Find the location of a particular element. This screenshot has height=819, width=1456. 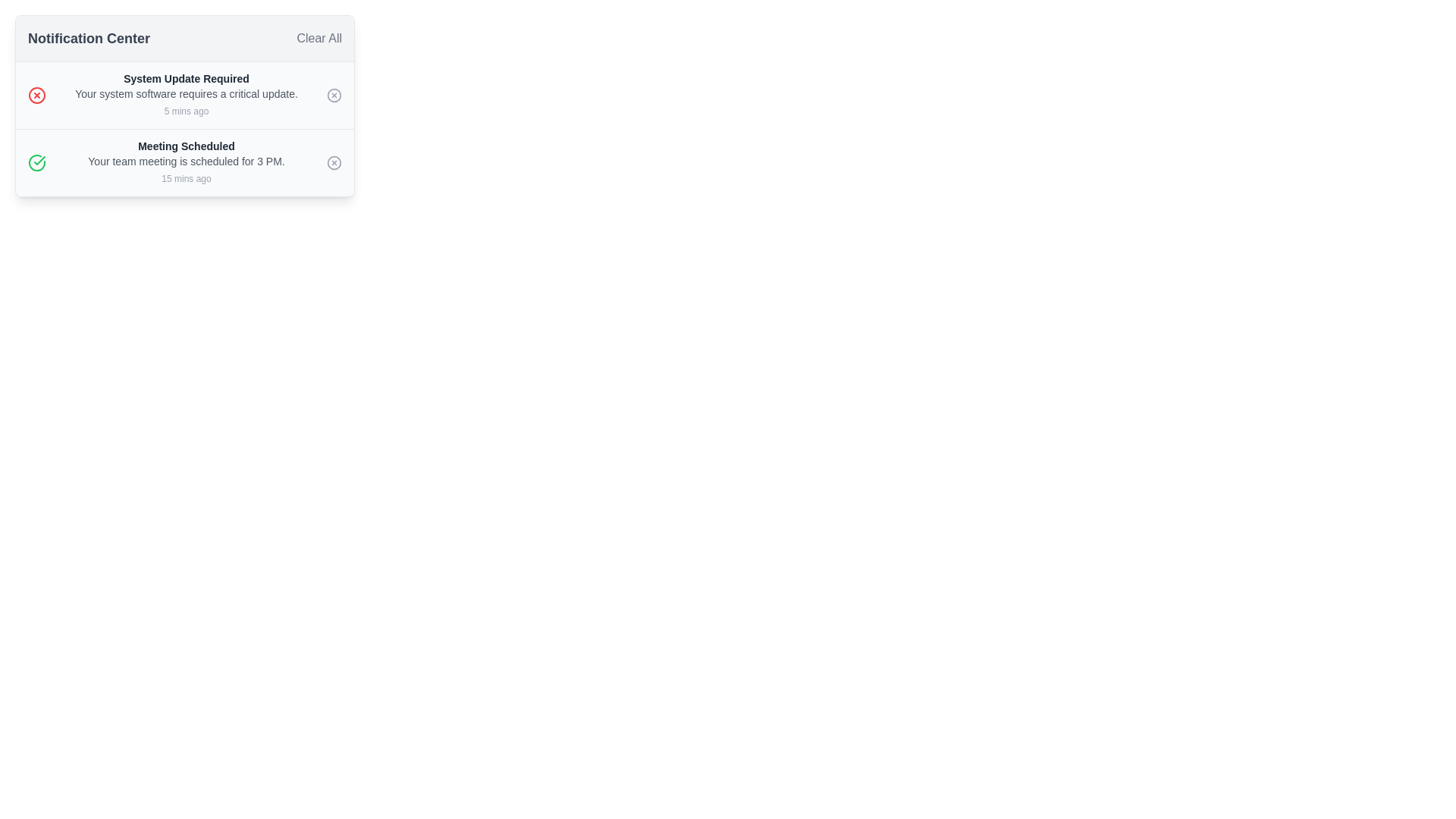

the dismiss button located at the far-right of the notification entry for 'System Update Required' is located at coordinates (334, 96).